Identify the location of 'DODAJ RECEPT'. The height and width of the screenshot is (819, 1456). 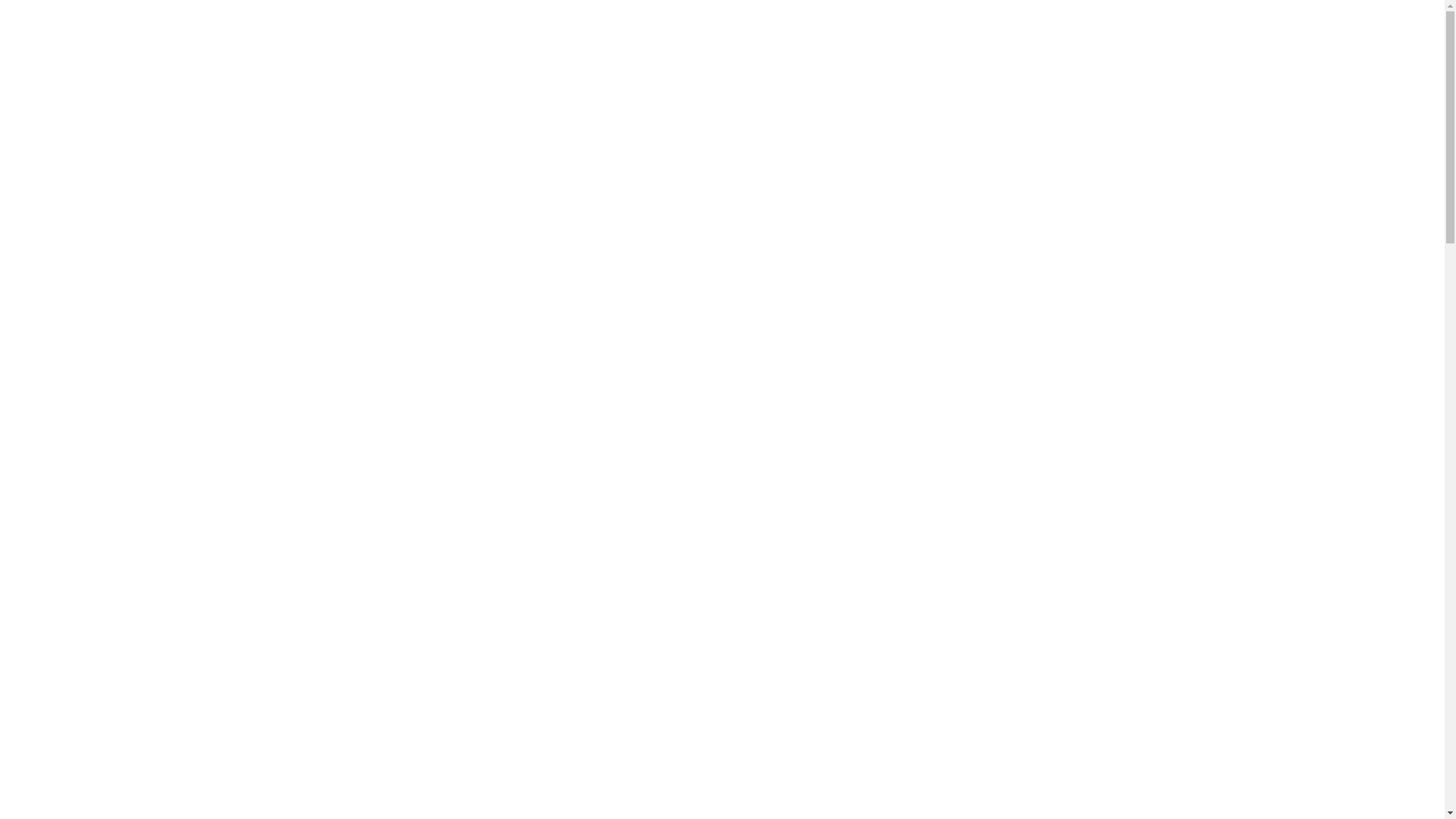
(1131, 34).